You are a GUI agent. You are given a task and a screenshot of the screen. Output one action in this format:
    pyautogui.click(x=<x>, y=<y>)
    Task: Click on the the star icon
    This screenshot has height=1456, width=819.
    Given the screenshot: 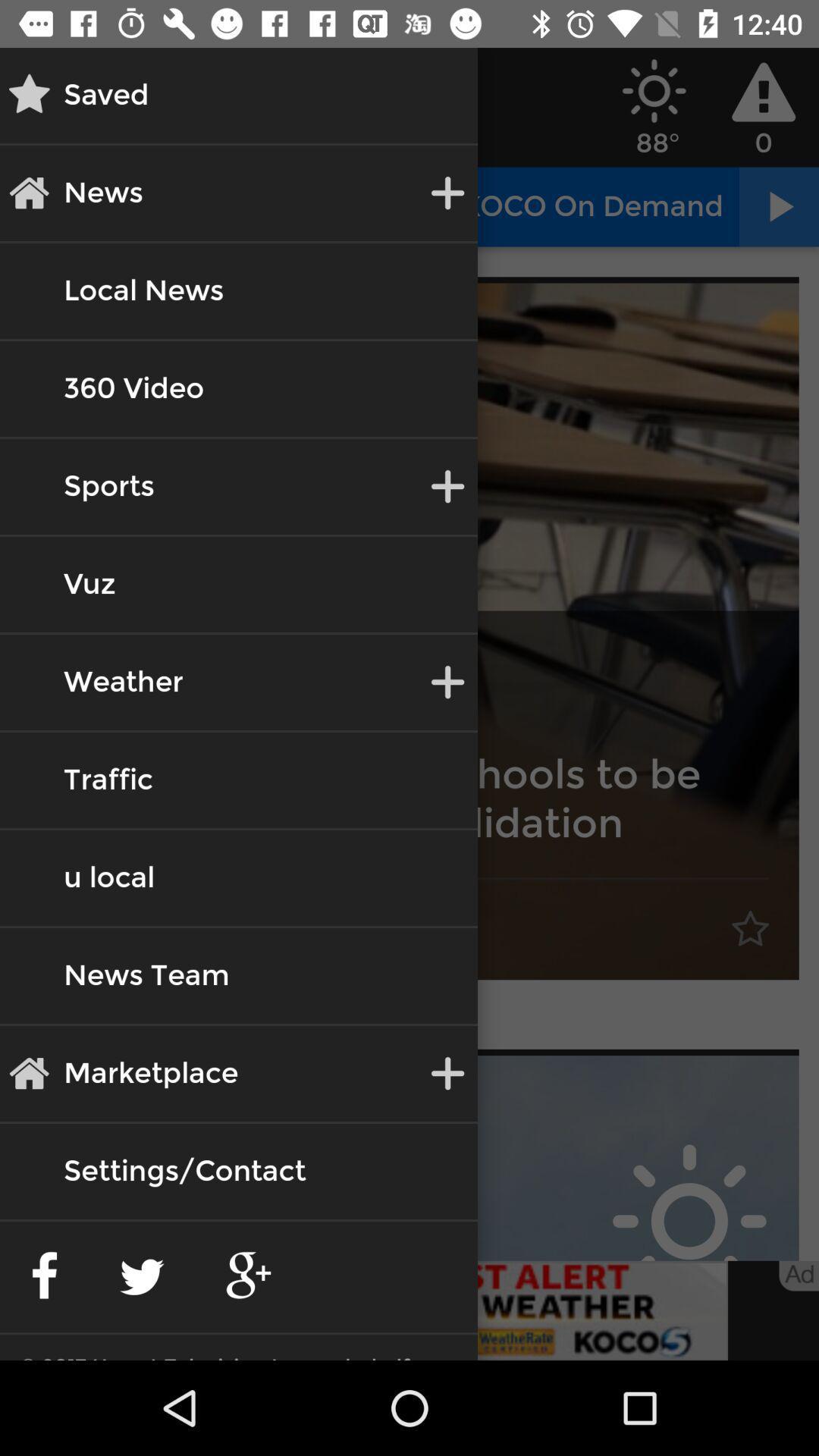 What is the action you would take?
    pyautogui.click(x=55, y=102)
    